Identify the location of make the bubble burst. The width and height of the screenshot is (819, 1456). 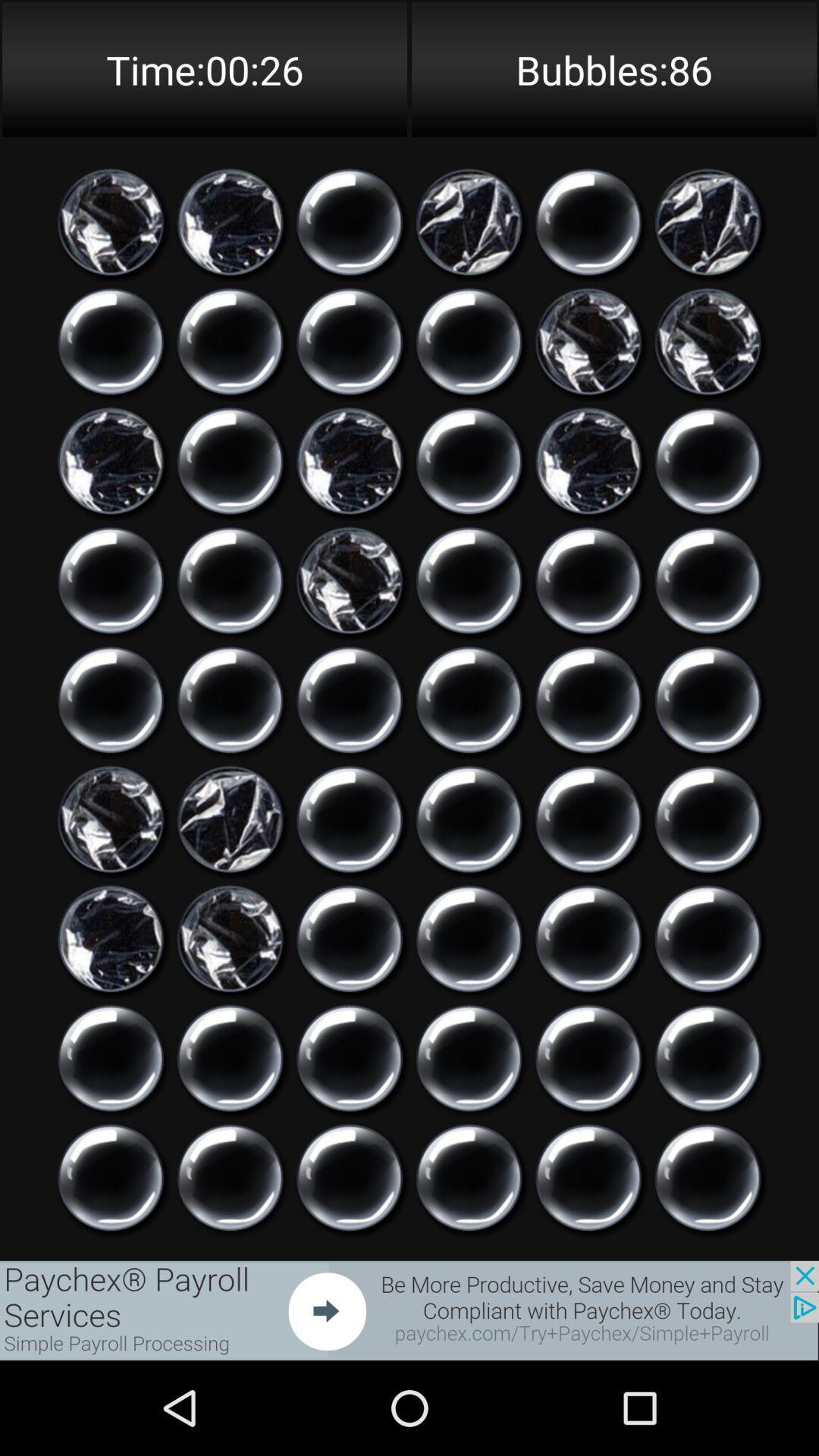
(708, 818).